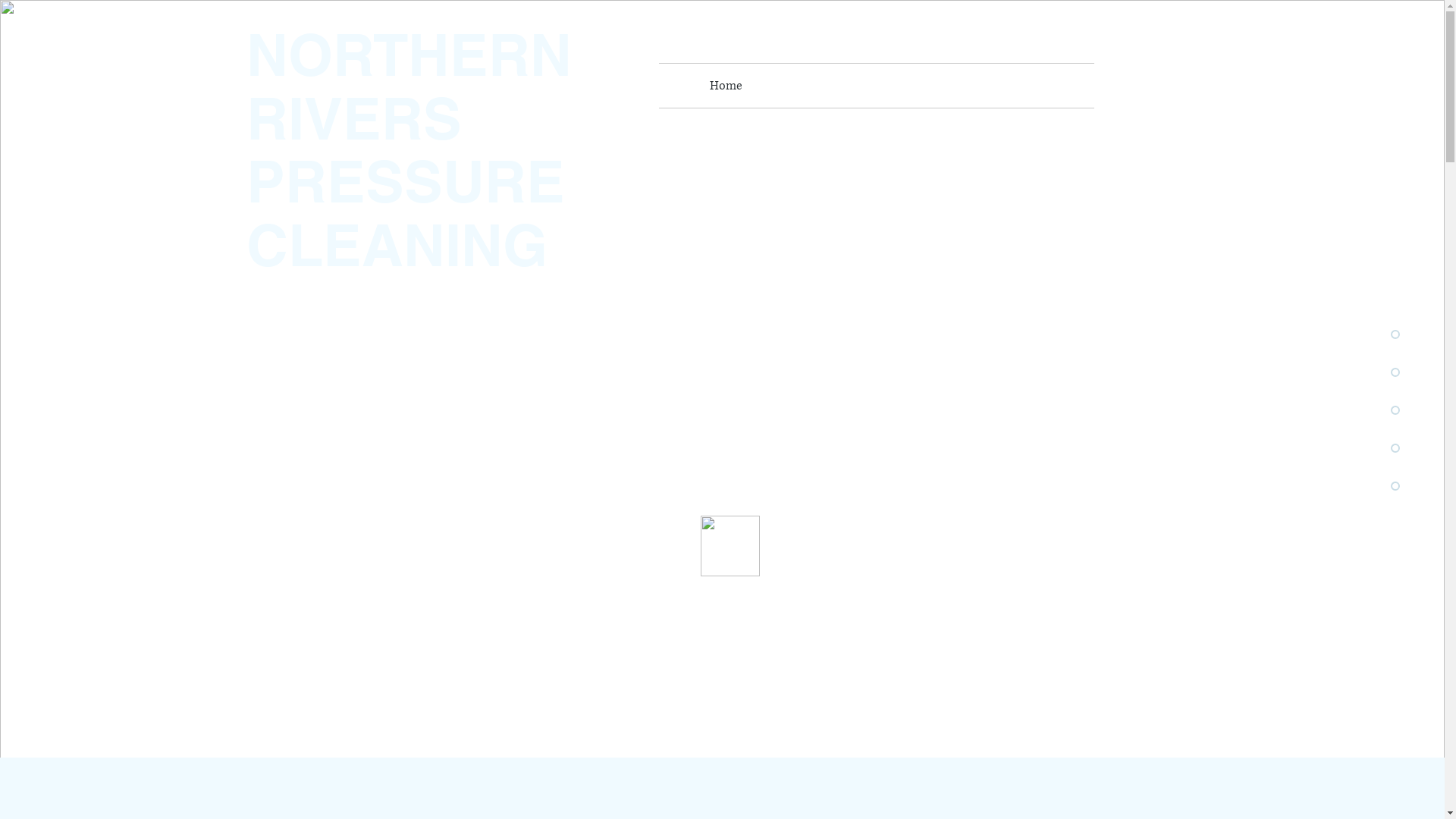 The image size is (1456, 819). Describe the element at coordinates (874, 85) in the screenshot. I see `'Photos'` at that location.